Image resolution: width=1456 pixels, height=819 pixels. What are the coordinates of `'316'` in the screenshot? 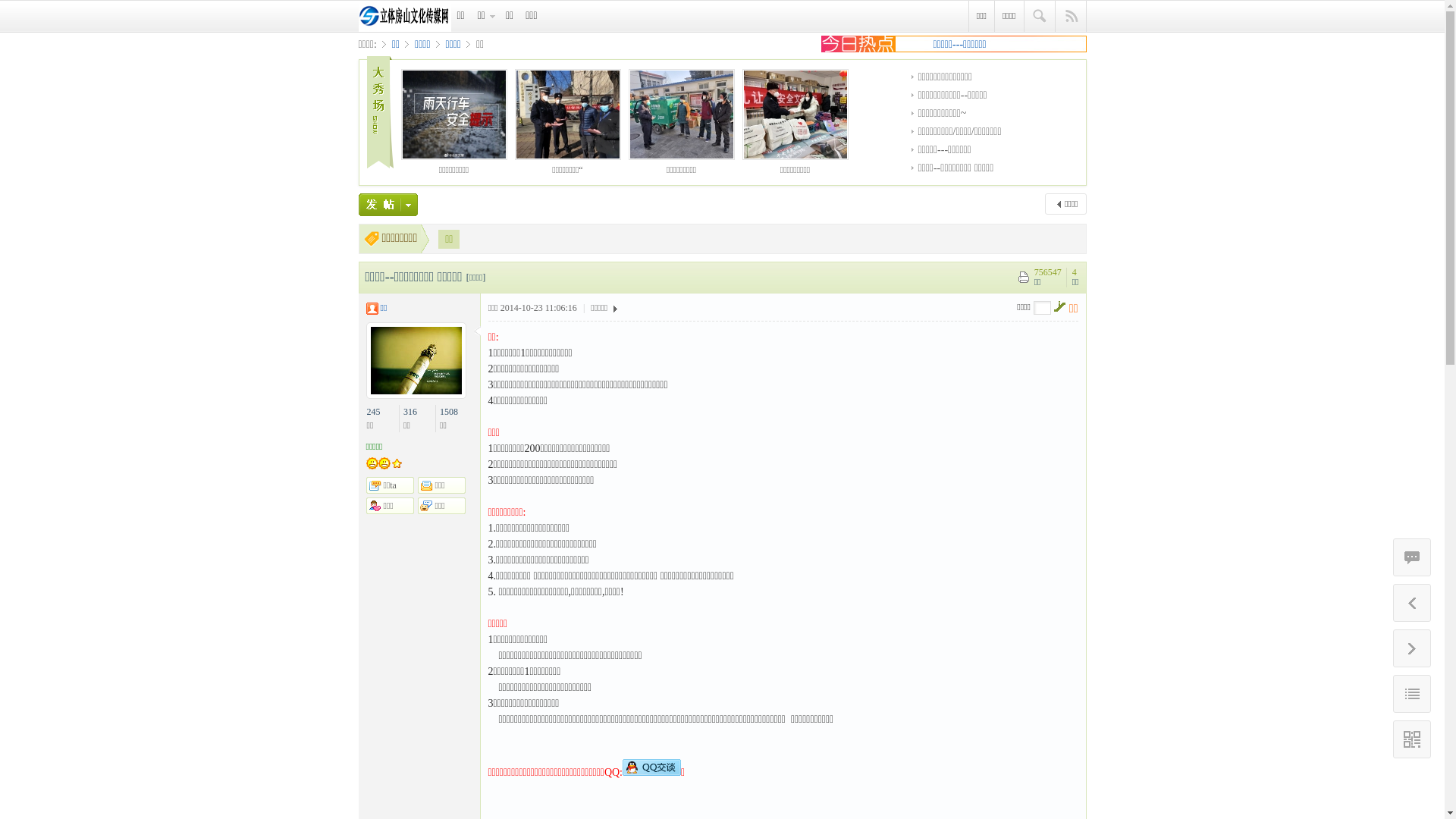 It's located at (410, 412).